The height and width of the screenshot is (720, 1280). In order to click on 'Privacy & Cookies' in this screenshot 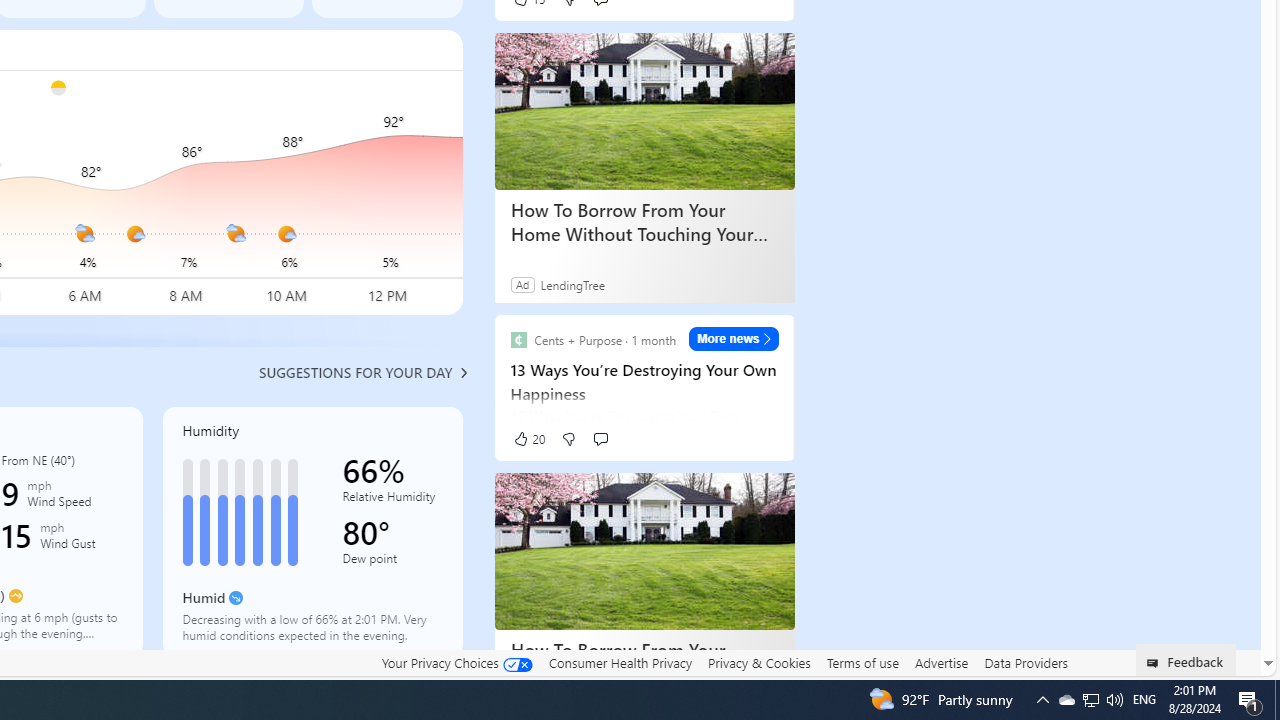, I will do `click(758, 662)`.